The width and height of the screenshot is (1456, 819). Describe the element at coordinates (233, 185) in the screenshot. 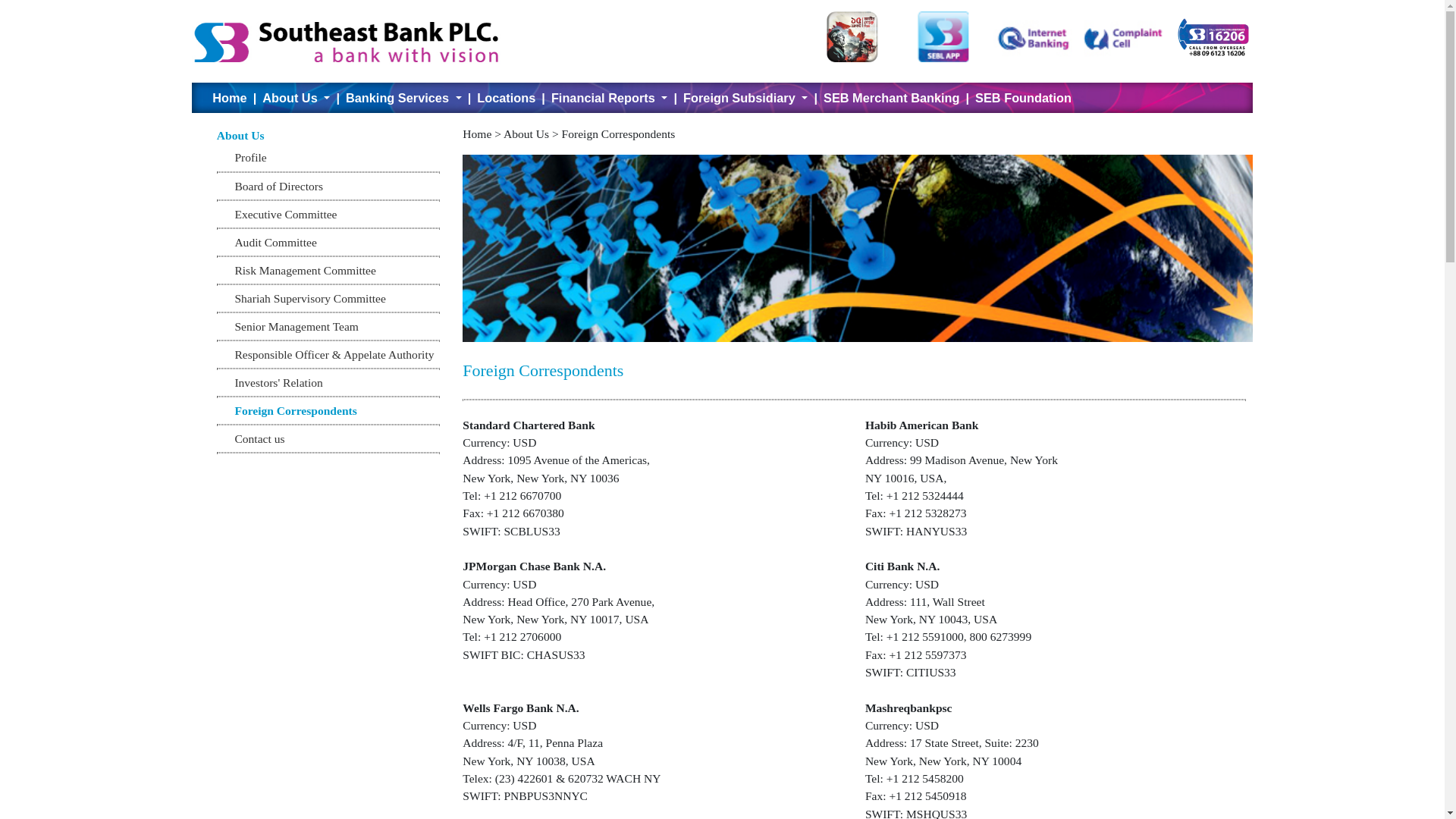

I see `'Board of Directors'` at that location.